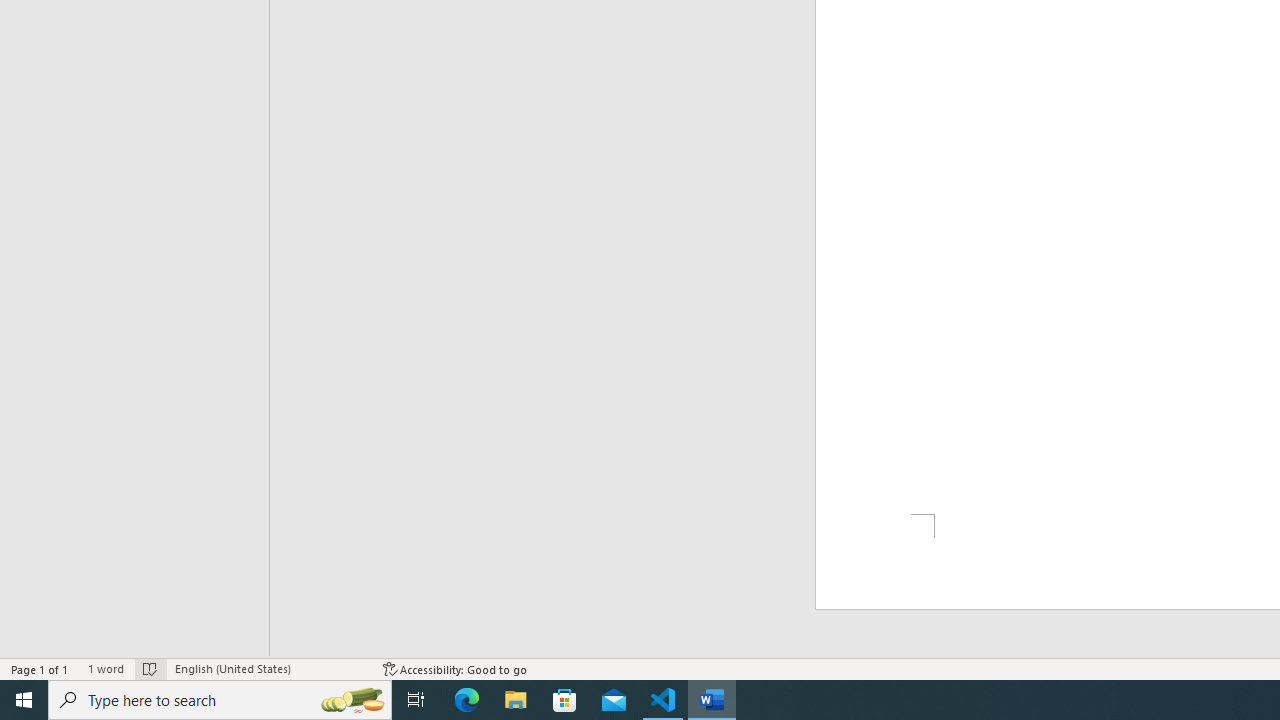  Describe the element at coordinates (40, 669) in the screenshot. I see `'Page Number Page 1 of 1'` at that location.